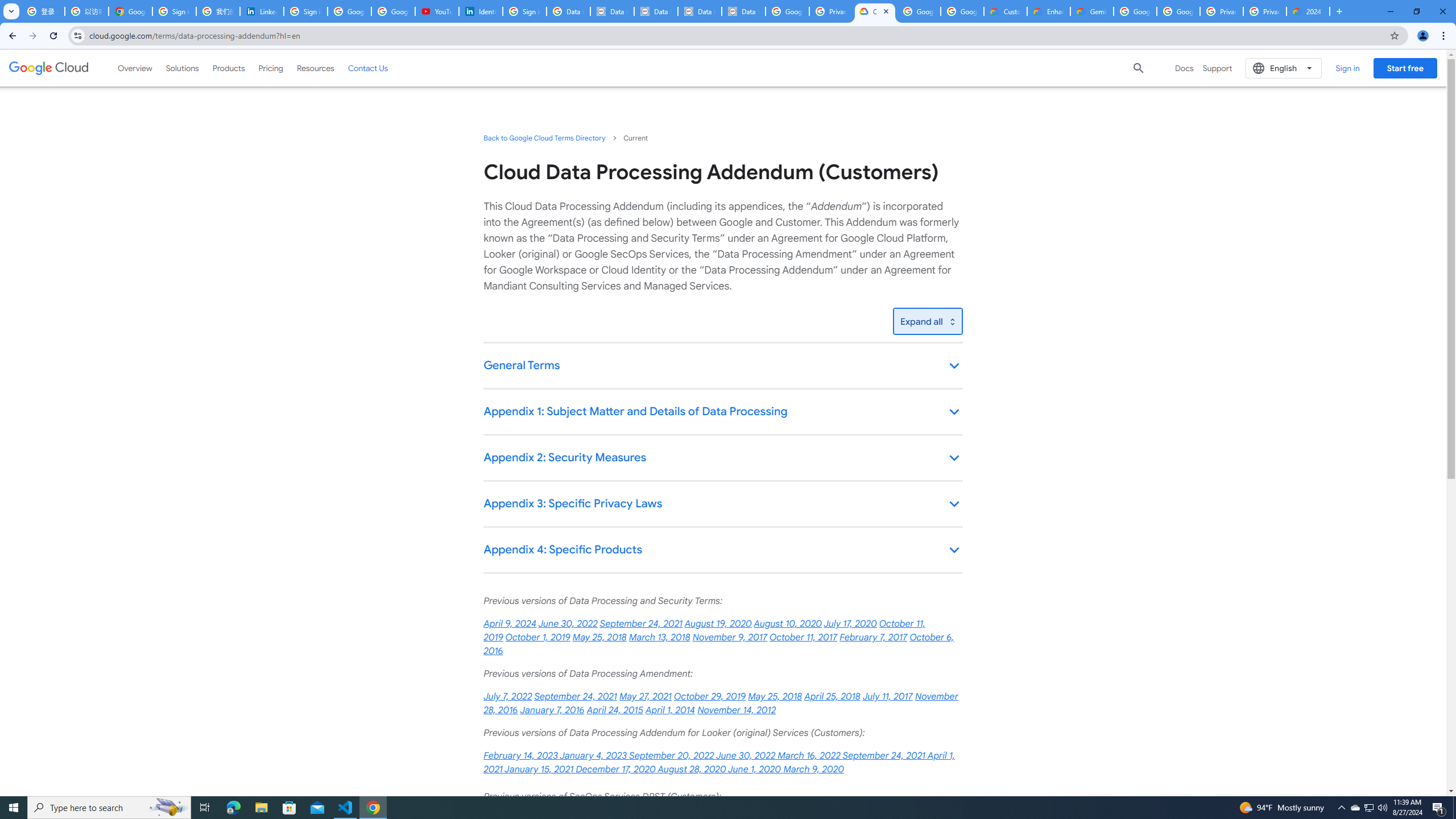  I want to click on 'Data Privacy Framework', so click(612, 11).